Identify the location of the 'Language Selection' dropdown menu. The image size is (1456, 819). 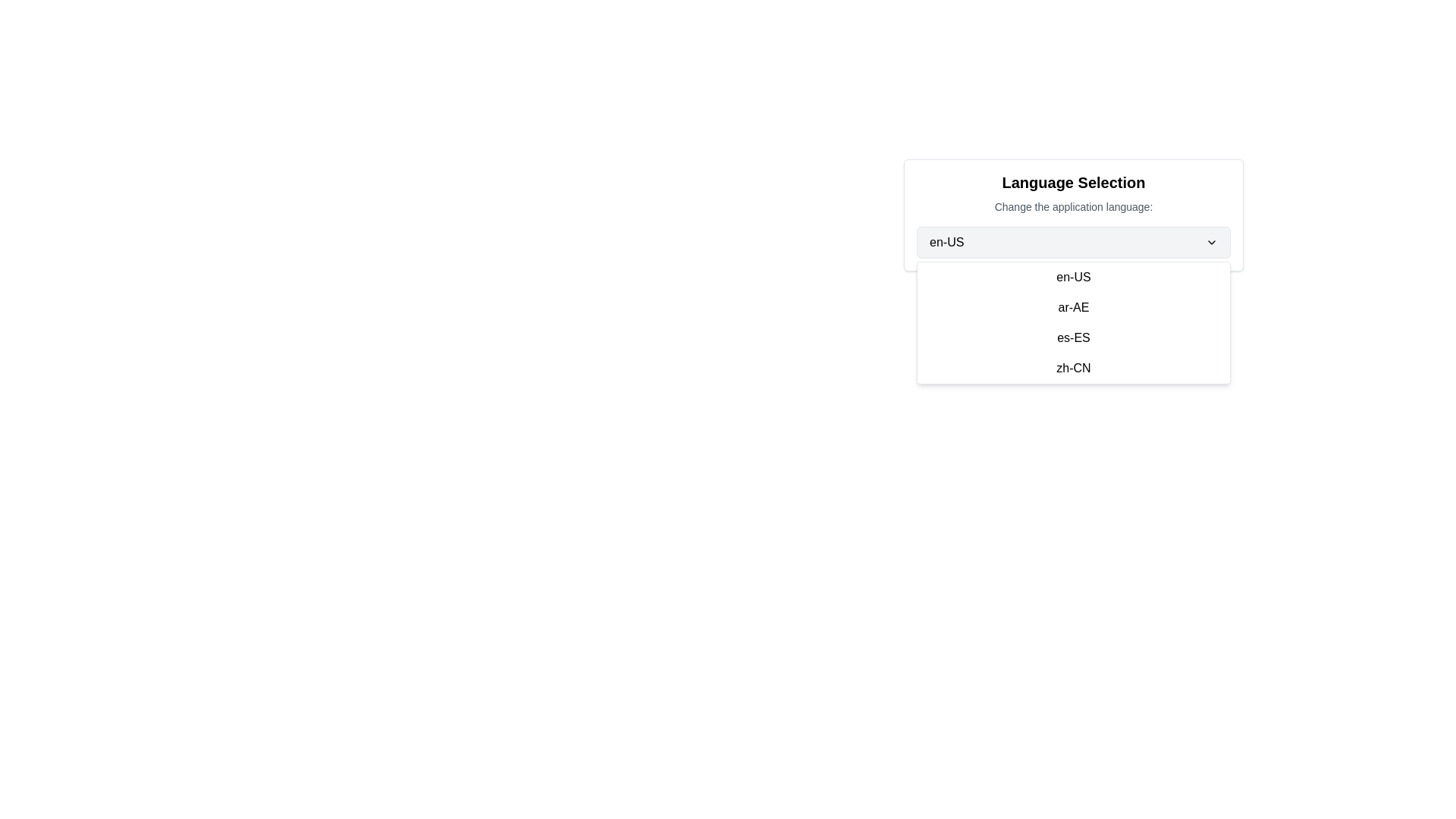
(1073, 242).